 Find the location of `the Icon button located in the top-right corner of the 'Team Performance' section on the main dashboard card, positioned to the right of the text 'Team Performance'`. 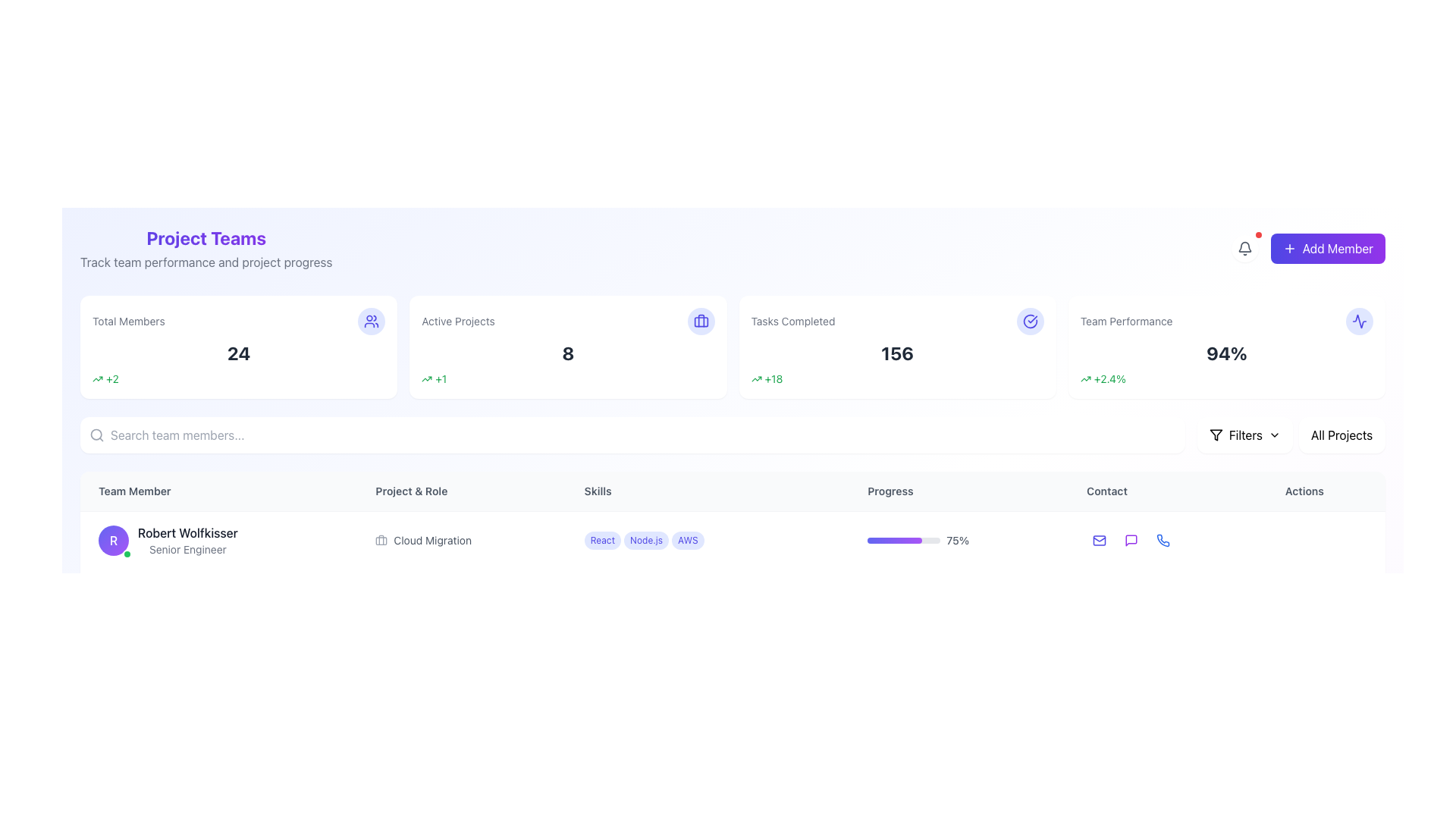

the Icon button located in the top-right corner of the 'Team Performance' section on the main dashboard card, positioned to the right of the text 'Team Performance' is located at coordinates (1360, 321).